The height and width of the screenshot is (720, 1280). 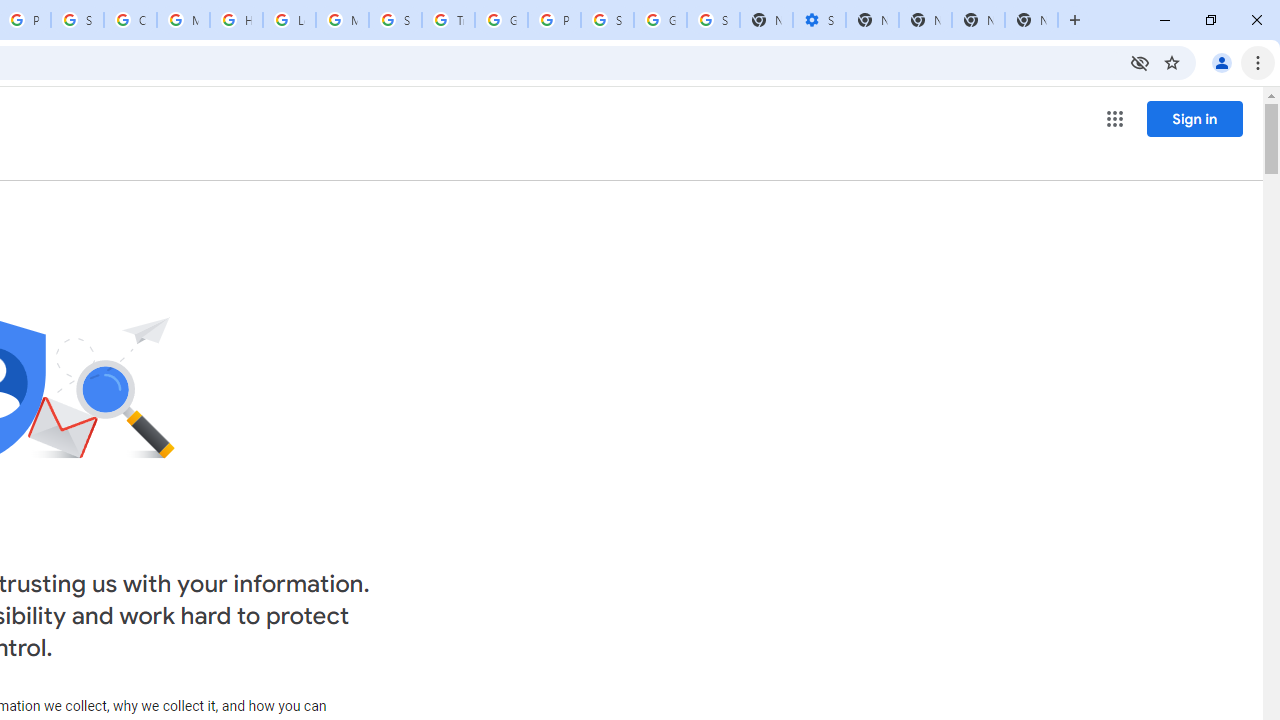 What do you see at coordinates (501, 20) in the screenshot?
I see `'Google Ads - Sign in'` at bounding box center [501, 20].